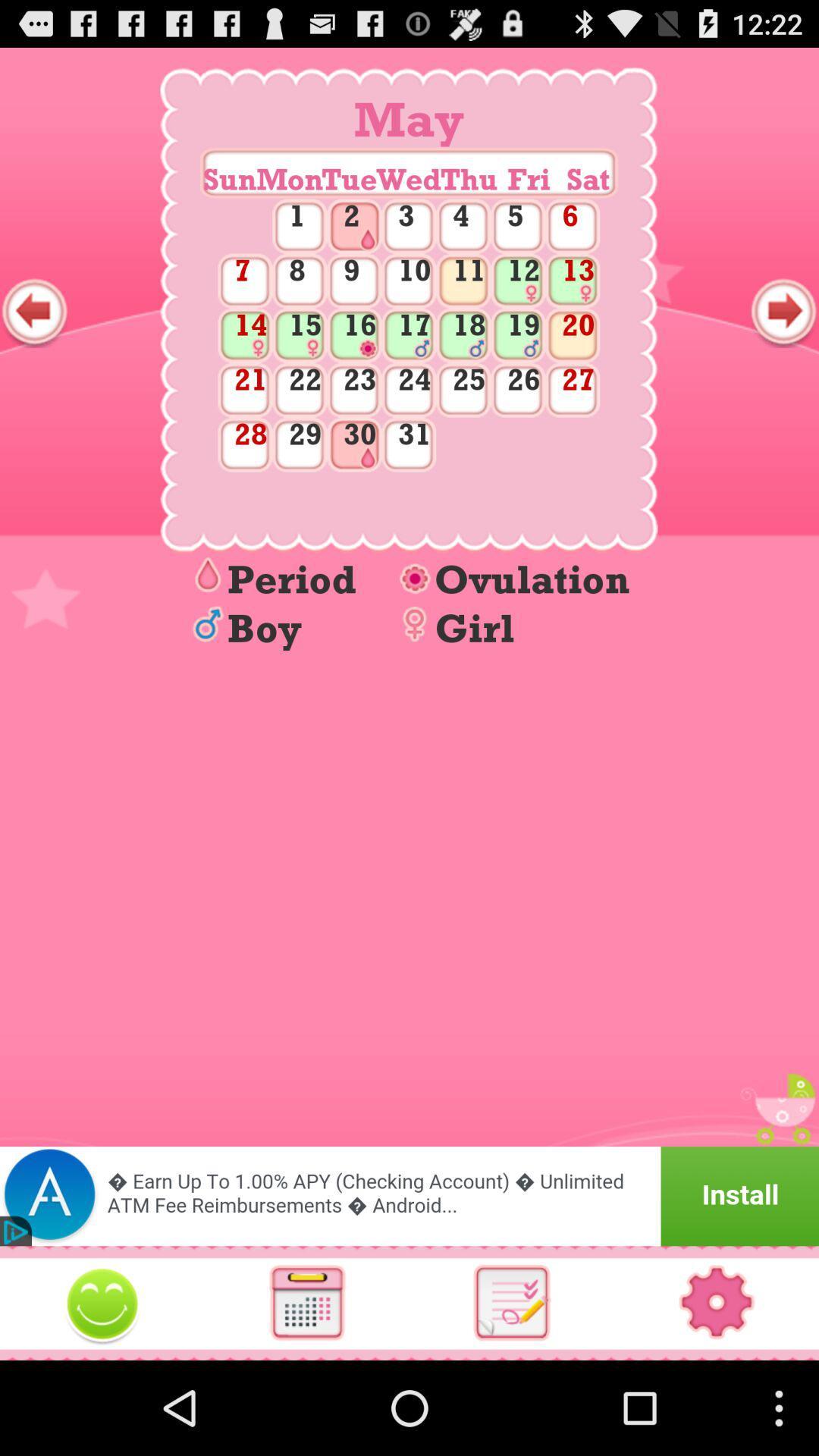 Image resolution: width=819 pixels, height=1456 pixels. Describe the element at coordinates (34, 311) in the screenshot. I see `back` at that location.